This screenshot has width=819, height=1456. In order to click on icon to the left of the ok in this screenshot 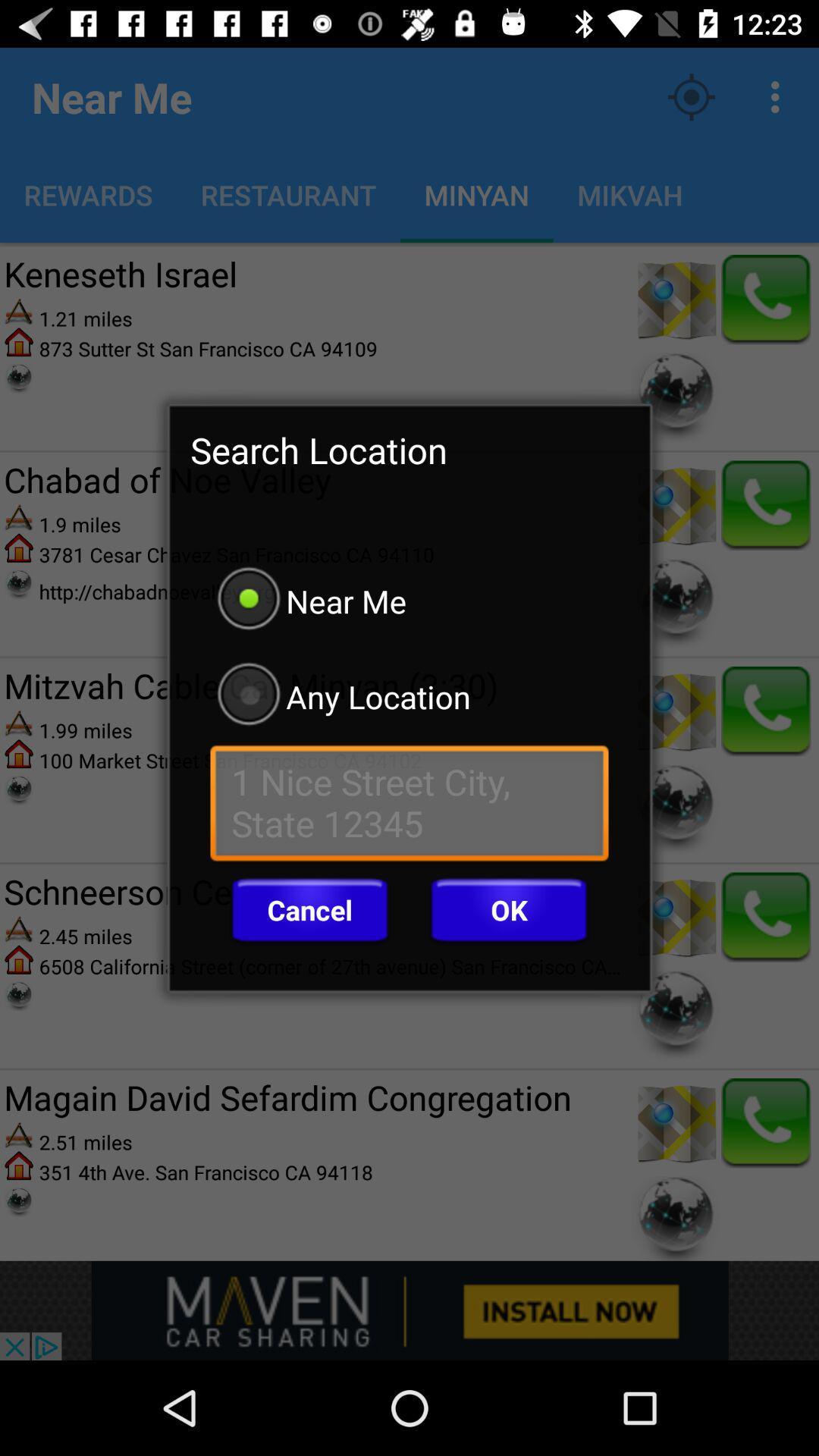, I will do `click(309, 910)`.